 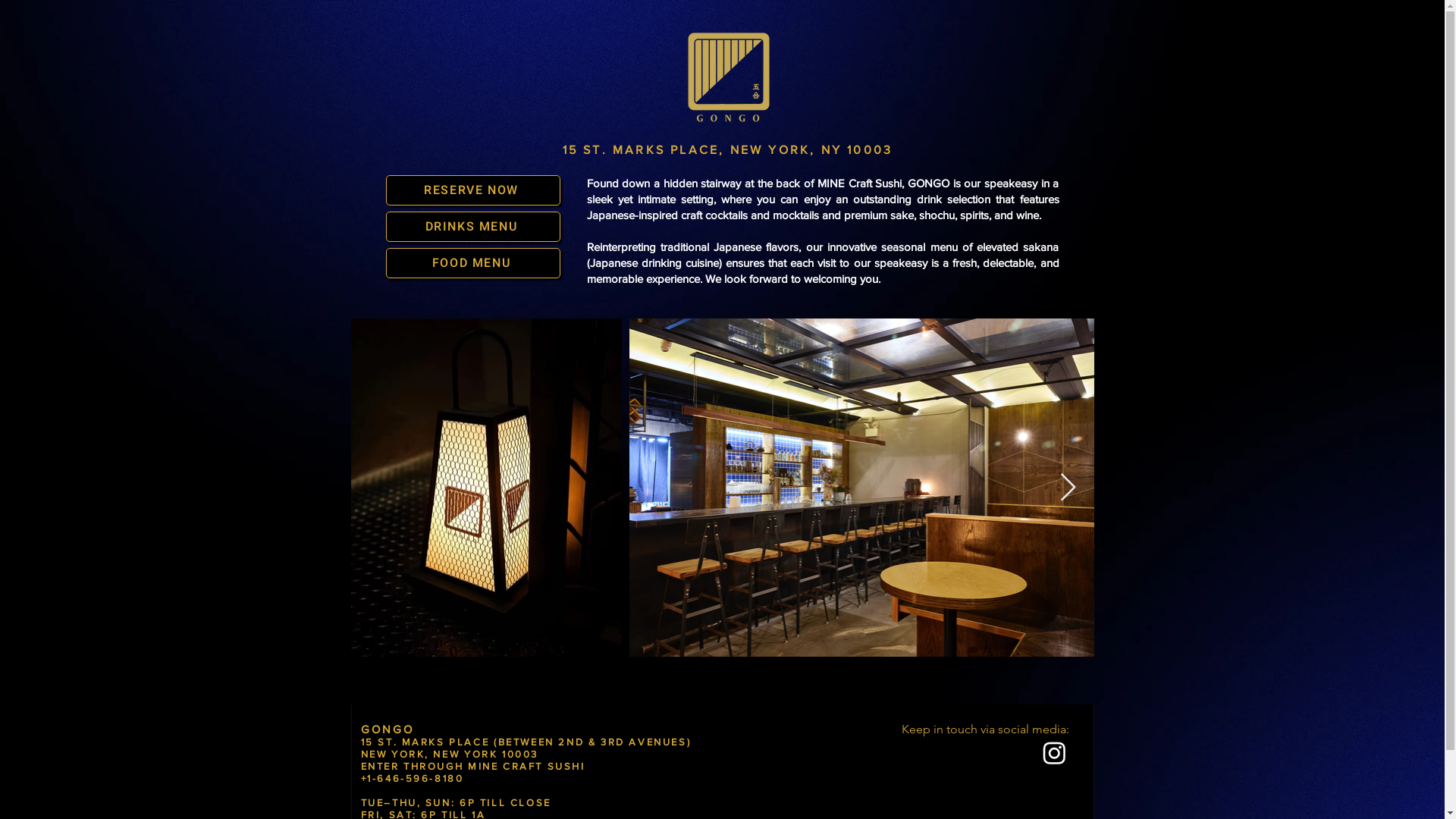 What do you see at coordinates (472, 227) in the screenshot?
I see `'DRINKS MENU'` at bounding box center [472, 227].